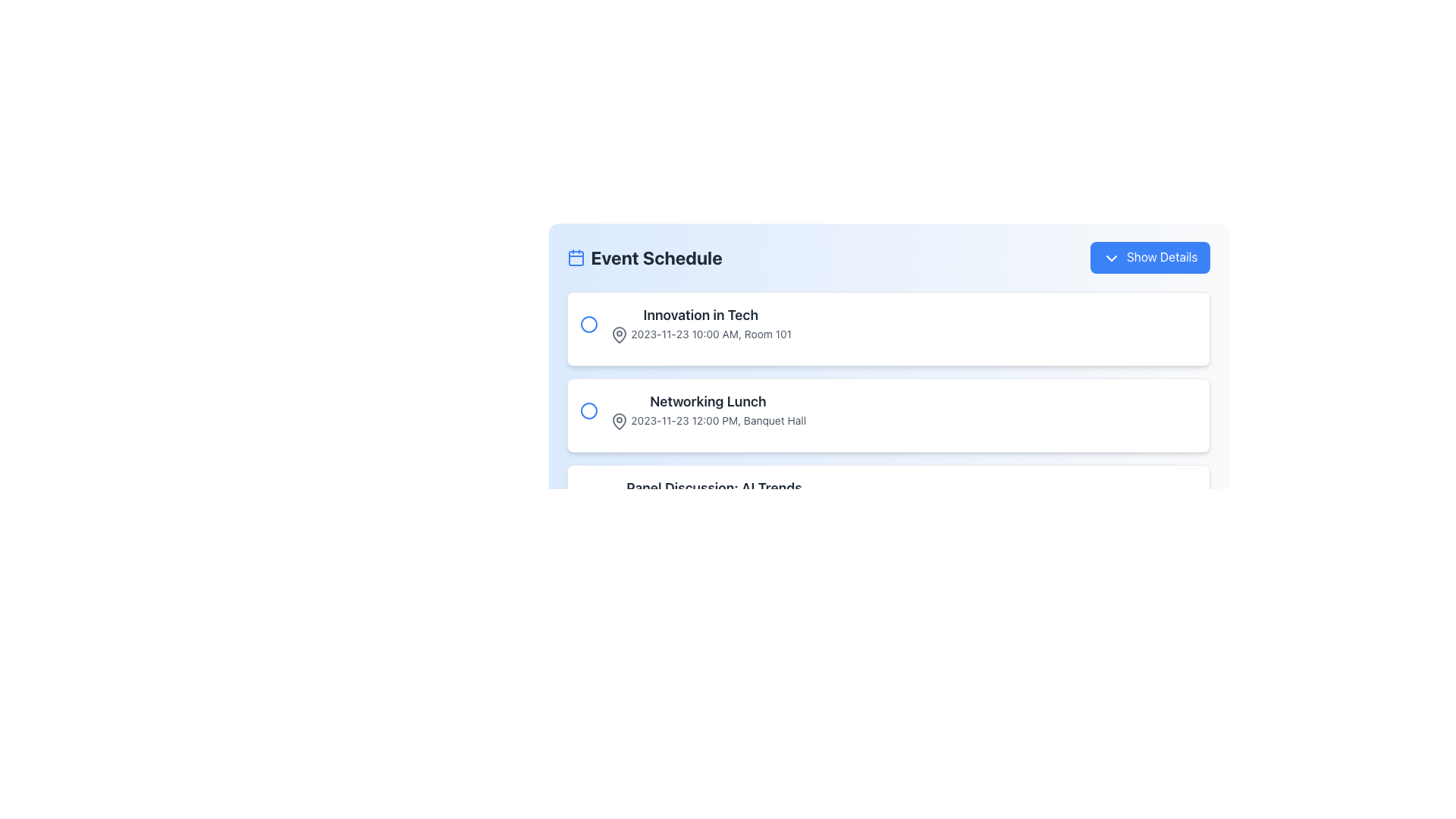 Image resolution: width=1456 pixels, height=819 pixels. I want to click on the Text Label displaying details about the event 'Networking Lunch', which follows the title and provides information about date, time, and location, so click(707, 421).